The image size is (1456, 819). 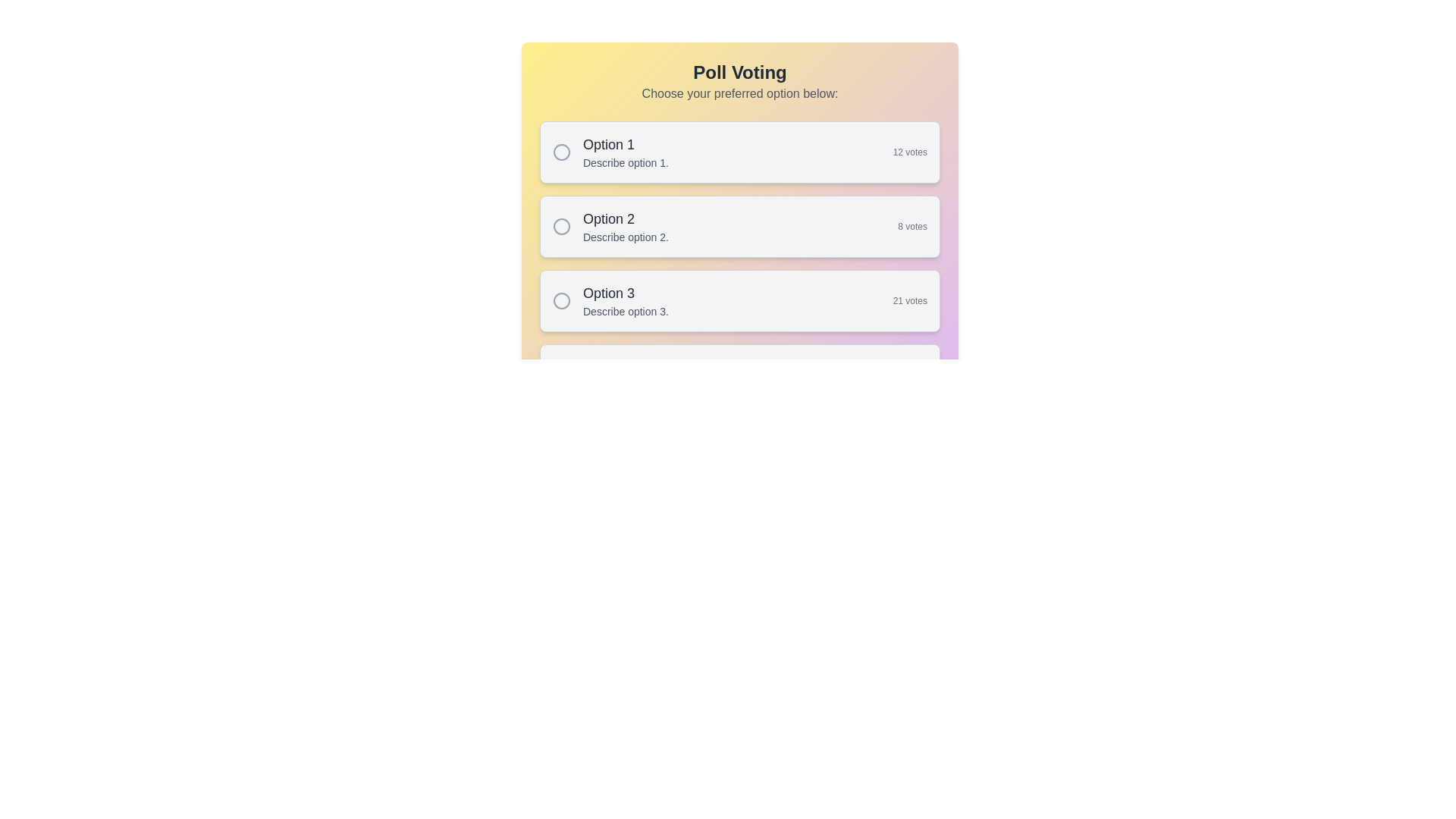 What do you see at coordinates (912, 227) in the screenshot?
I see `the static text display that shows the number of votes for the second option in the poll, located in the top-right corner of the second option card, next to 'Describe option 2.'` at bounding box center [912, 227].